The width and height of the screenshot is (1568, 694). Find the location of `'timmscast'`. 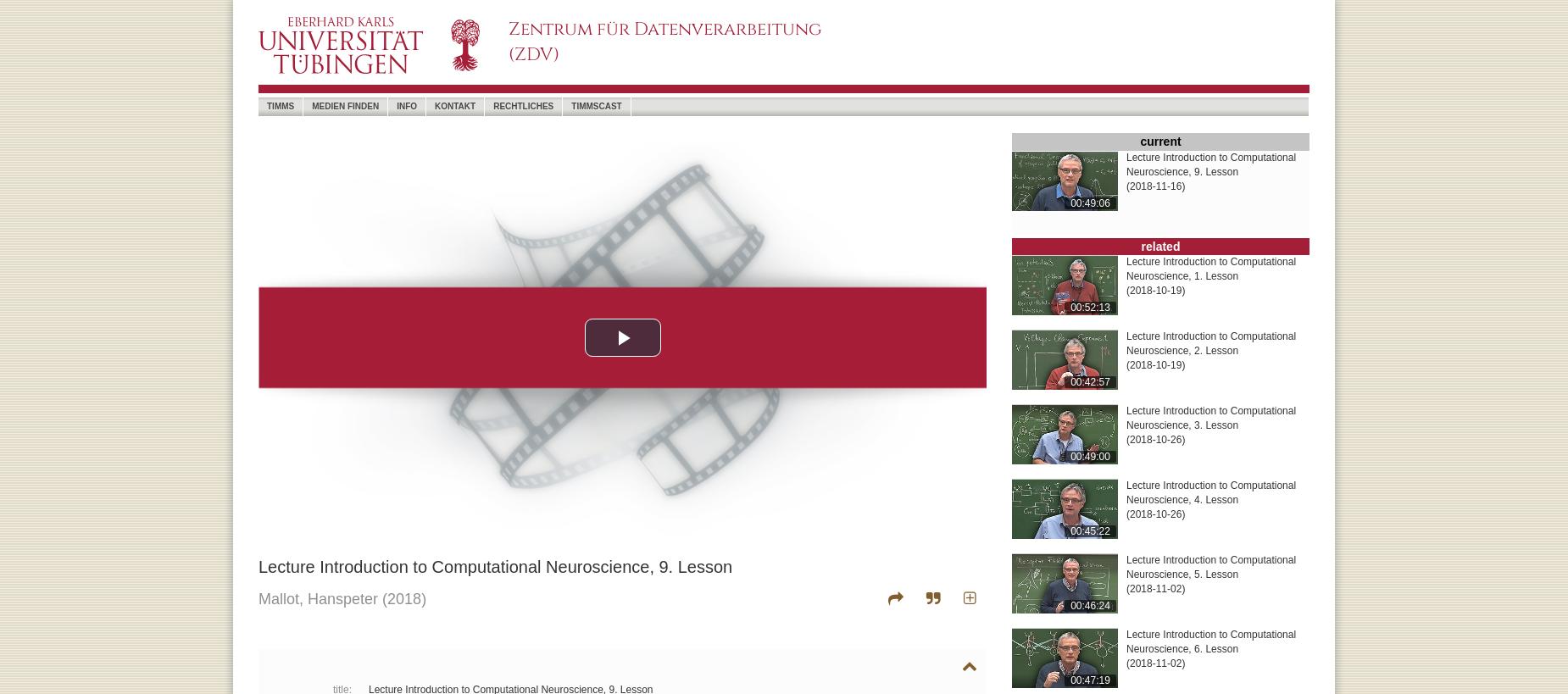

'timmscast' is located at coordinates (596, 105).